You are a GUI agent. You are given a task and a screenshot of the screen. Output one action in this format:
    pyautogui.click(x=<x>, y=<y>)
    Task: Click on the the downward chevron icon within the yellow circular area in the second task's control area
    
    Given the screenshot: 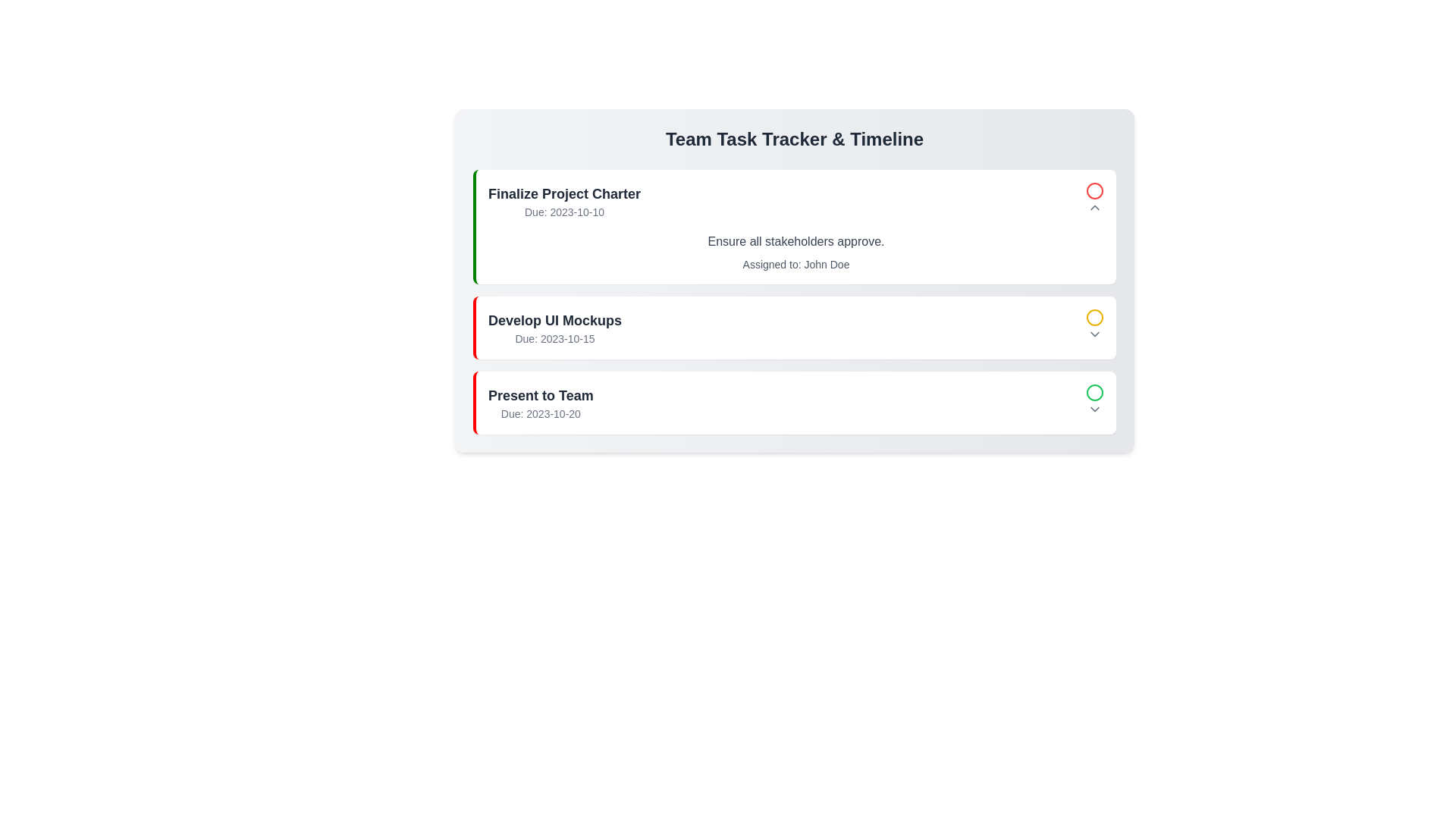 What is the action you would take?
    pyautogui.click(x=1095, y=333)
    